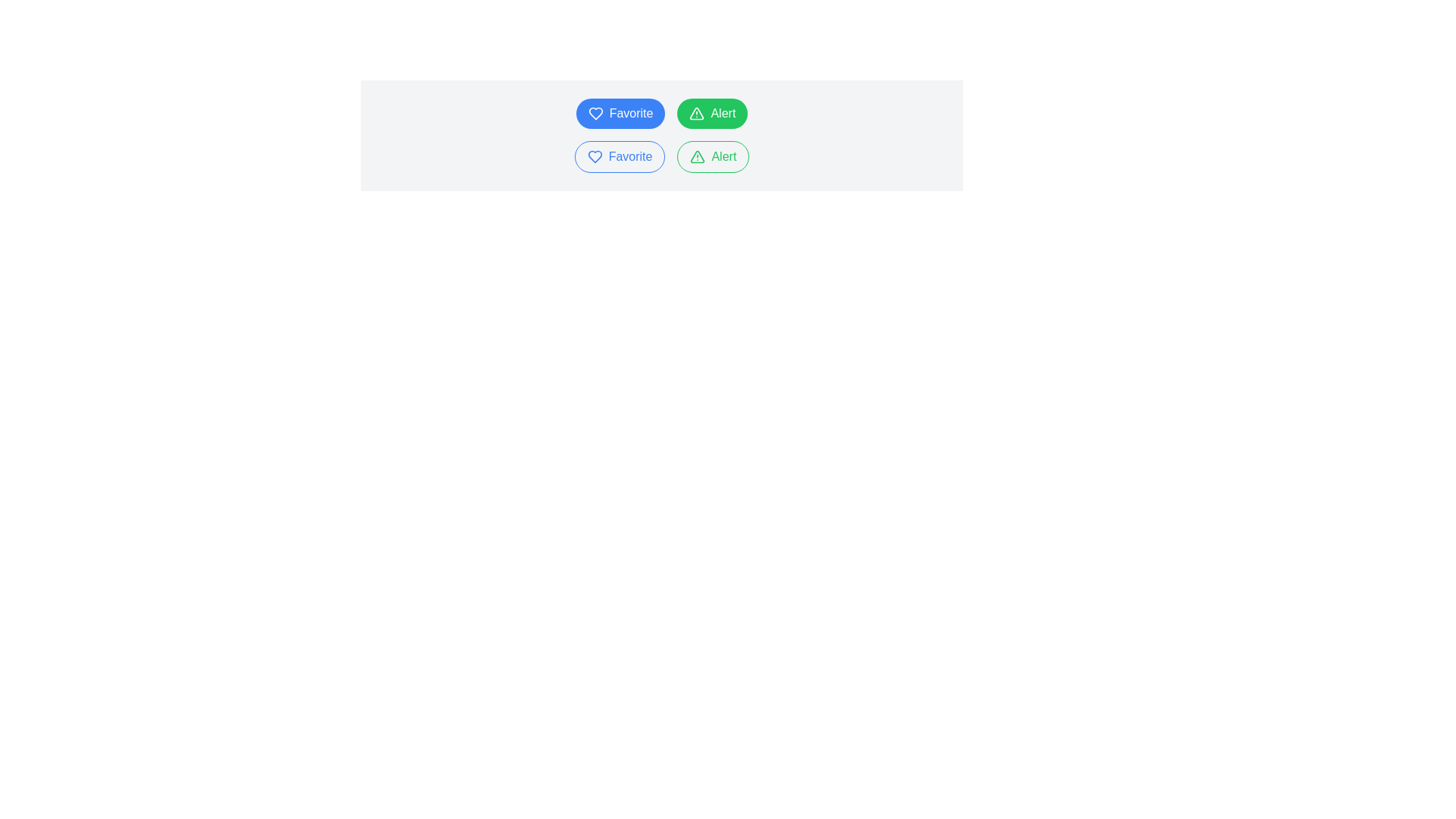 The image size is (1456, 819). Describe the element at coordinates (696, 113) in the screenshot. I see `the 'Alert' button which contains the visual indicator for an alert or warning` at that location.